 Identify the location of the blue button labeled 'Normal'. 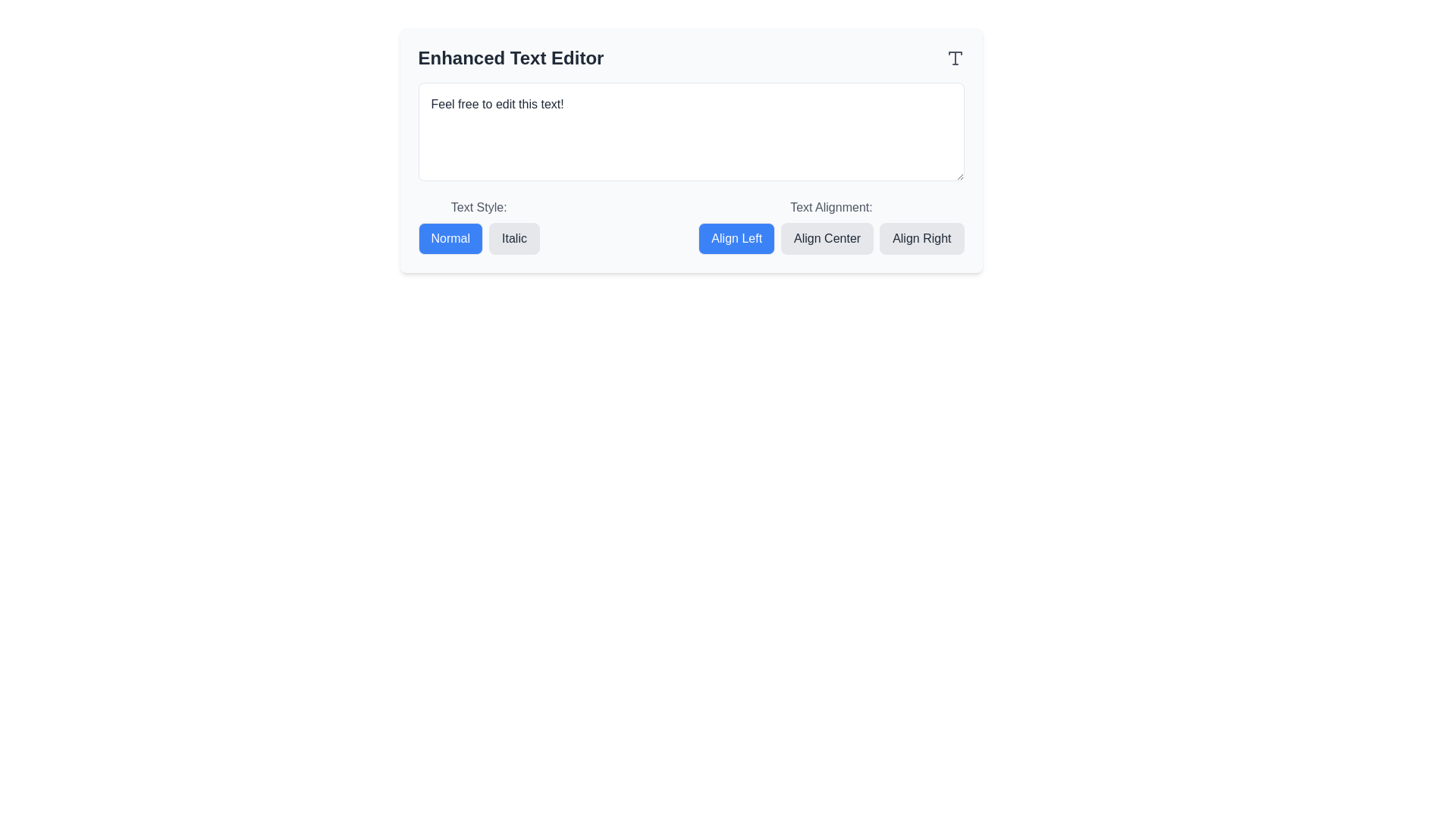
(450, 239).